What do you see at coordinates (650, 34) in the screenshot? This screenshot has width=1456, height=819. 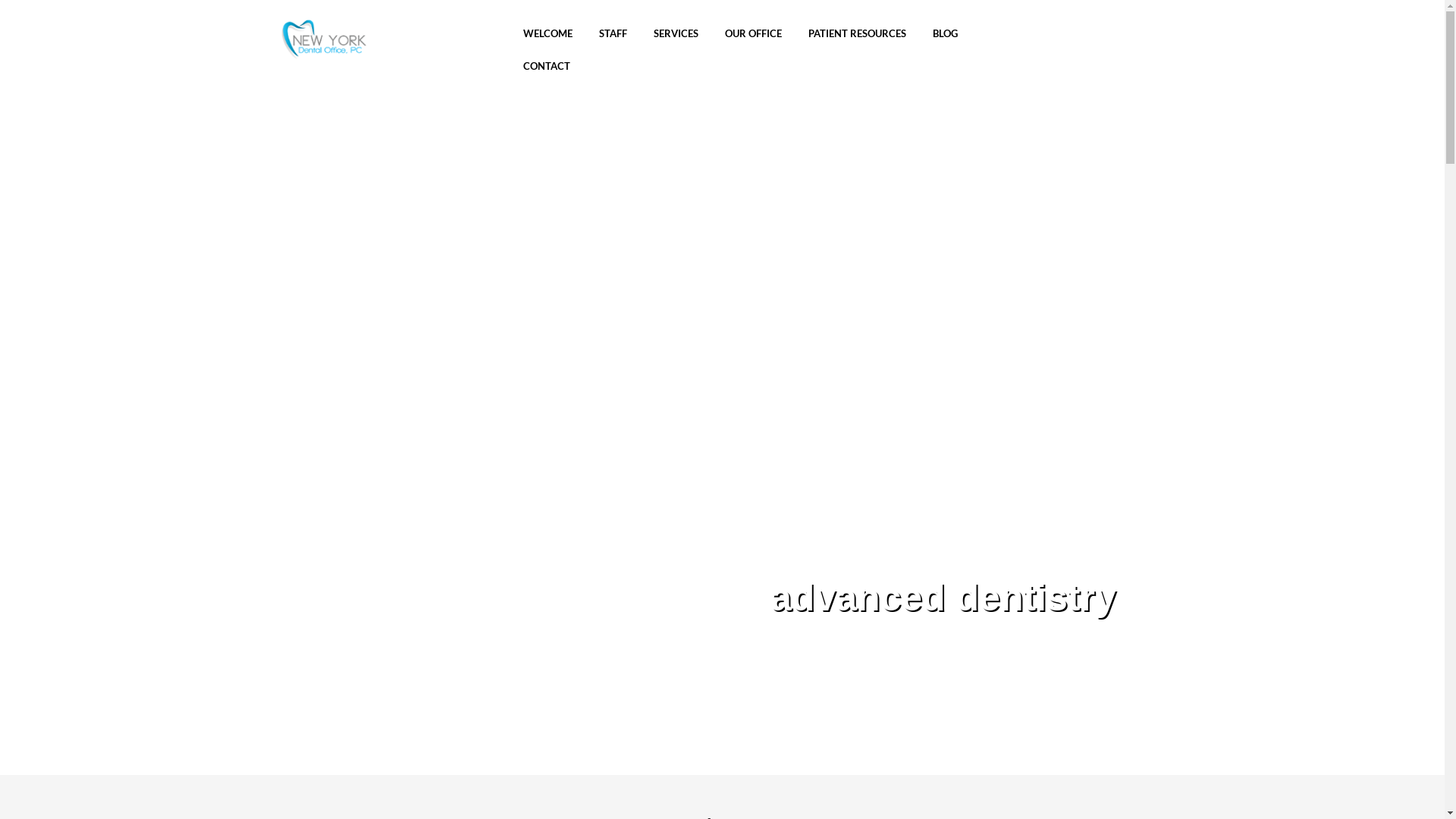 I see `'SERVICES'` at bounding box center [650, 34].